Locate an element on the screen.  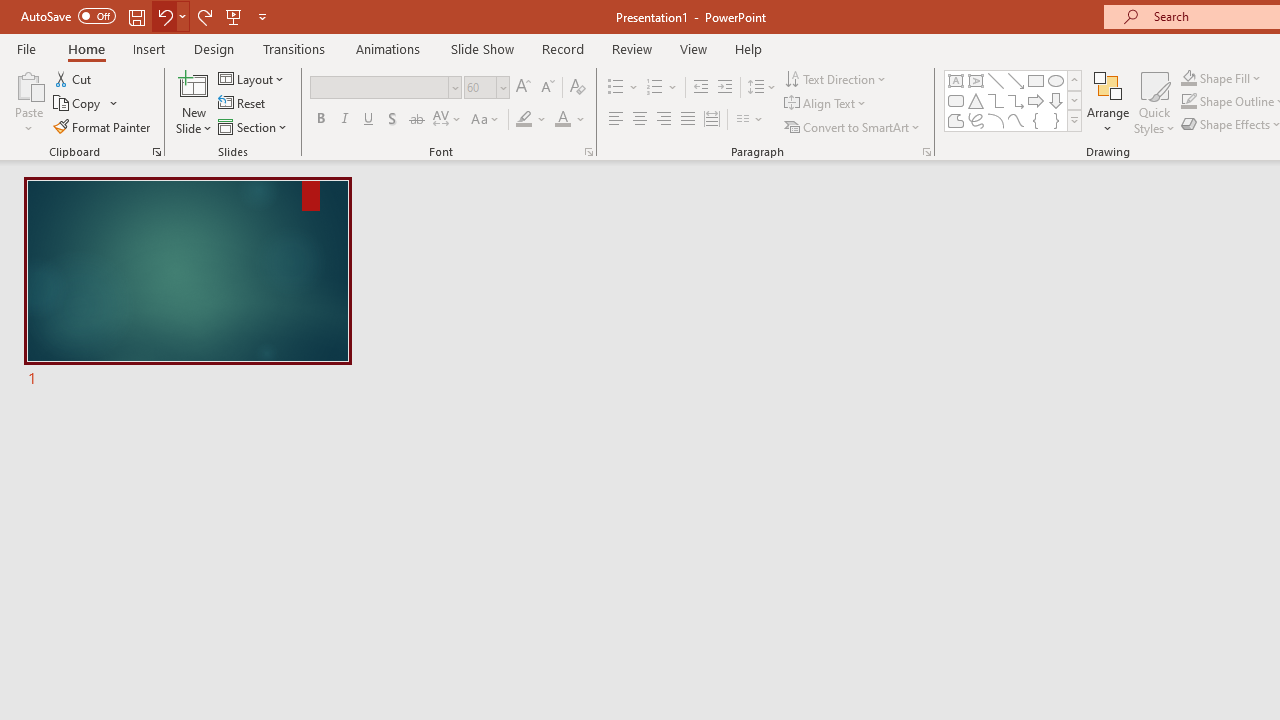
'Shape Fill Orange, Accent 2' is located at coordinates (1189, 77).